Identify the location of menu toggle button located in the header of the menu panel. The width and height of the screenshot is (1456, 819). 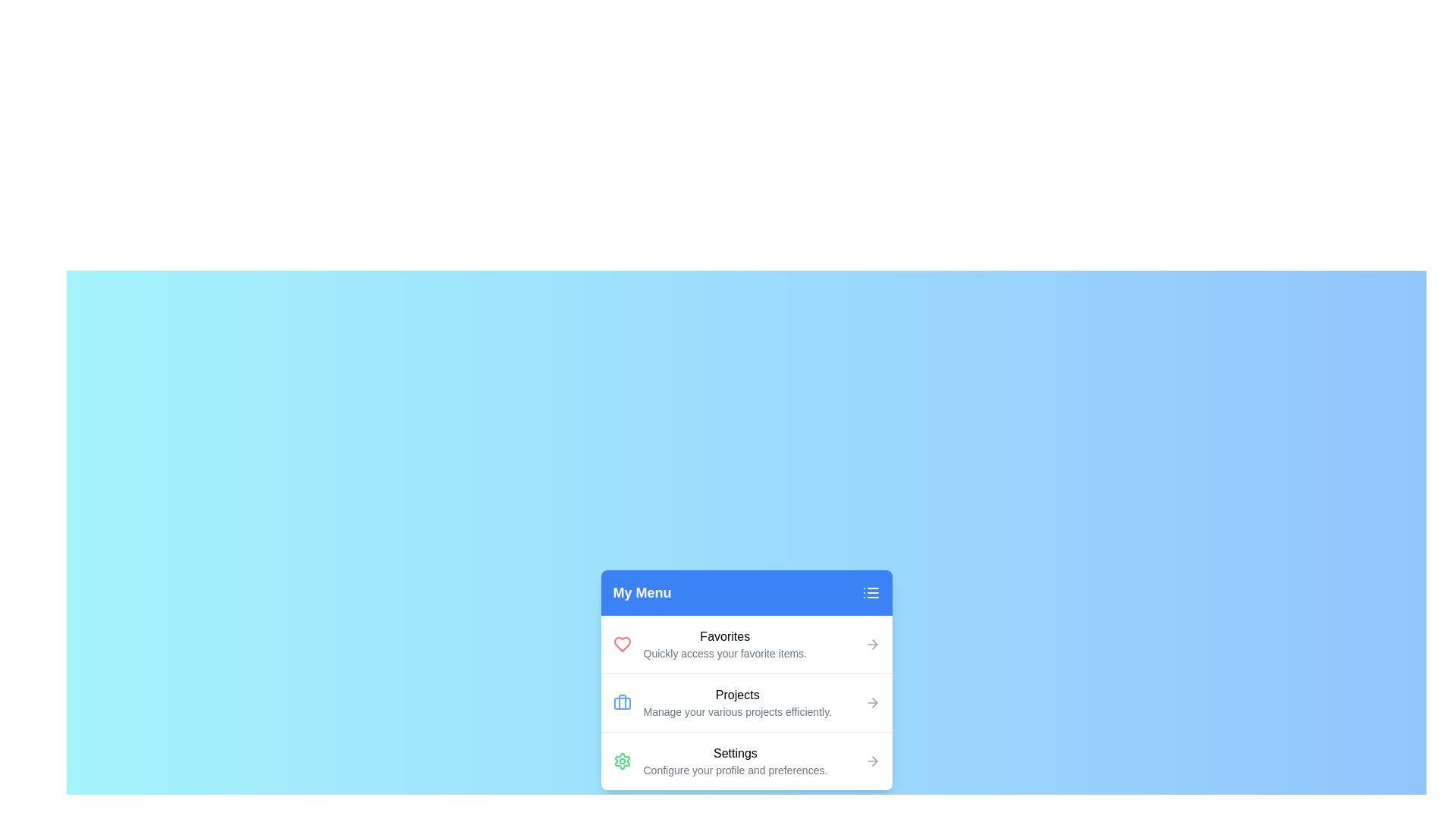
(871, 592).